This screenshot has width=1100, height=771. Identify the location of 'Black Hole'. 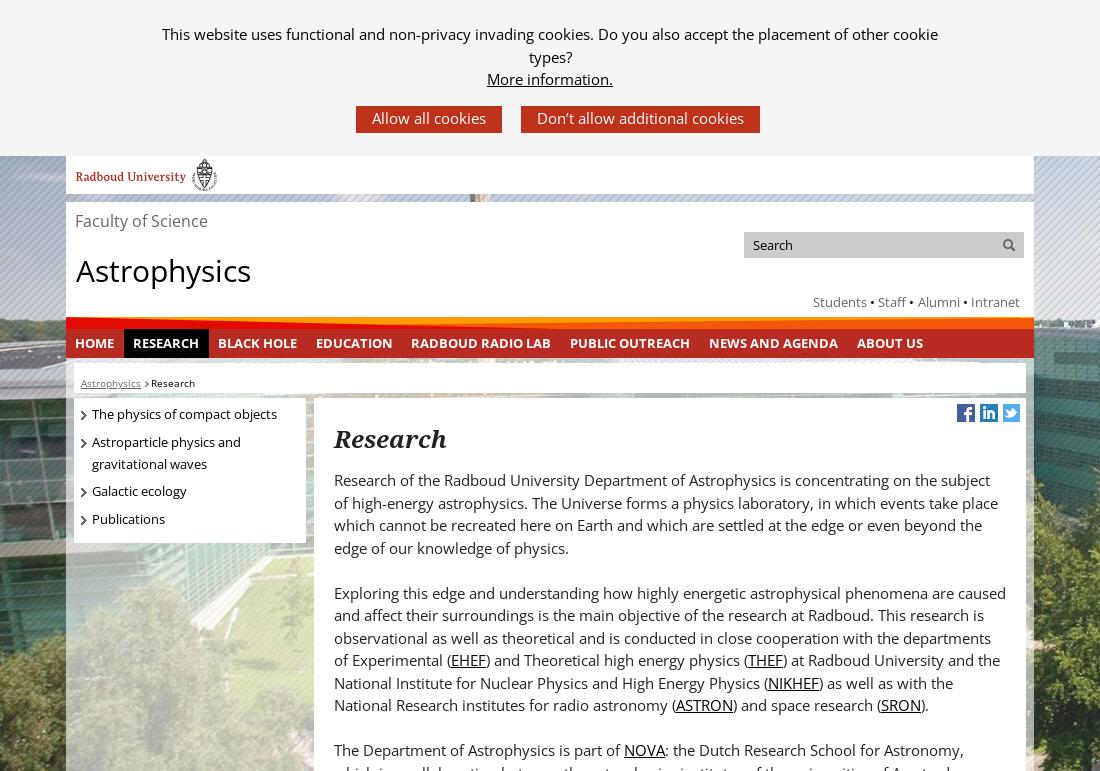
(256, 342).